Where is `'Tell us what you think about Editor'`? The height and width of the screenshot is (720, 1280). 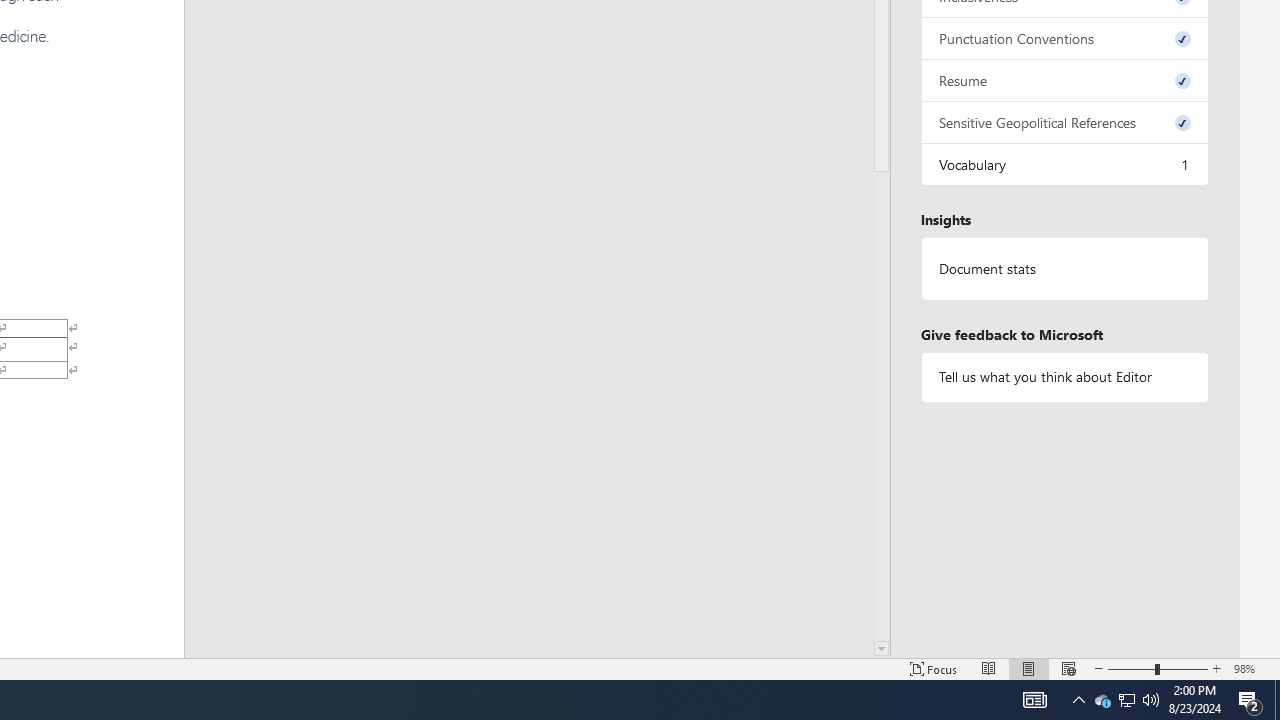 'Tell us what you think about Editor' is located at coordinates (1063, 377).